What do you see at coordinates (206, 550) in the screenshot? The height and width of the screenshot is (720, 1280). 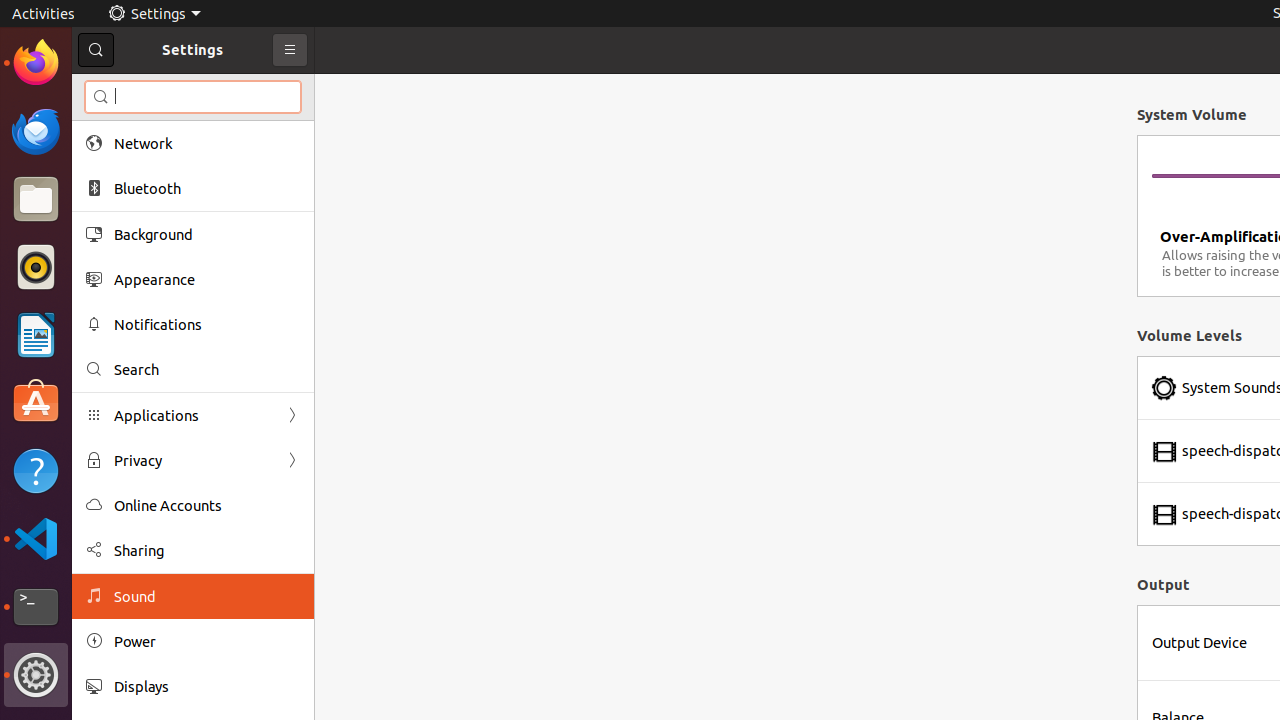 I see `'Sharing'` at bounding box center [206, 550].